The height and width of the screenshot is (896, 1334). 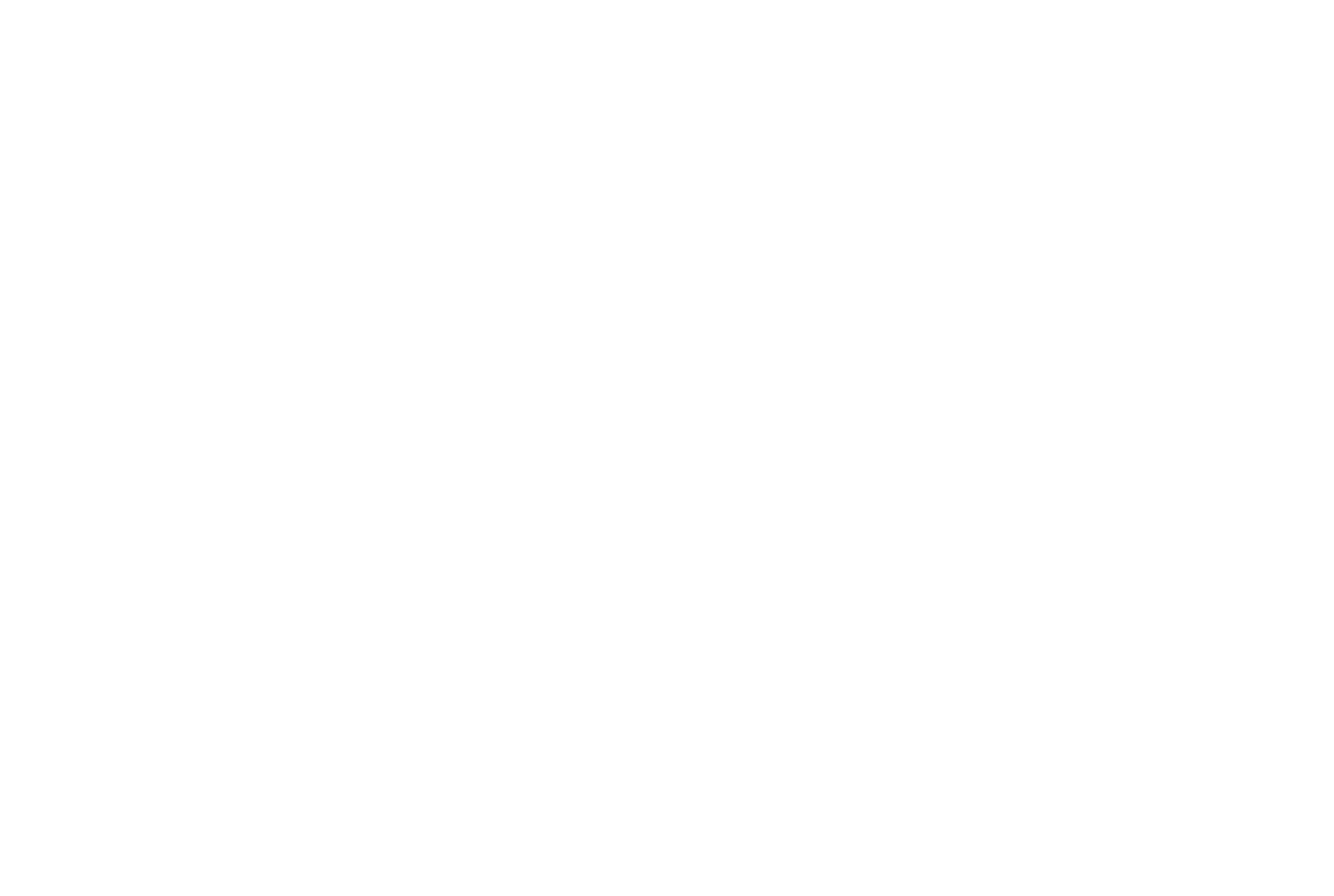 I want to click on 'Landfill', so click(x=801, y=199).